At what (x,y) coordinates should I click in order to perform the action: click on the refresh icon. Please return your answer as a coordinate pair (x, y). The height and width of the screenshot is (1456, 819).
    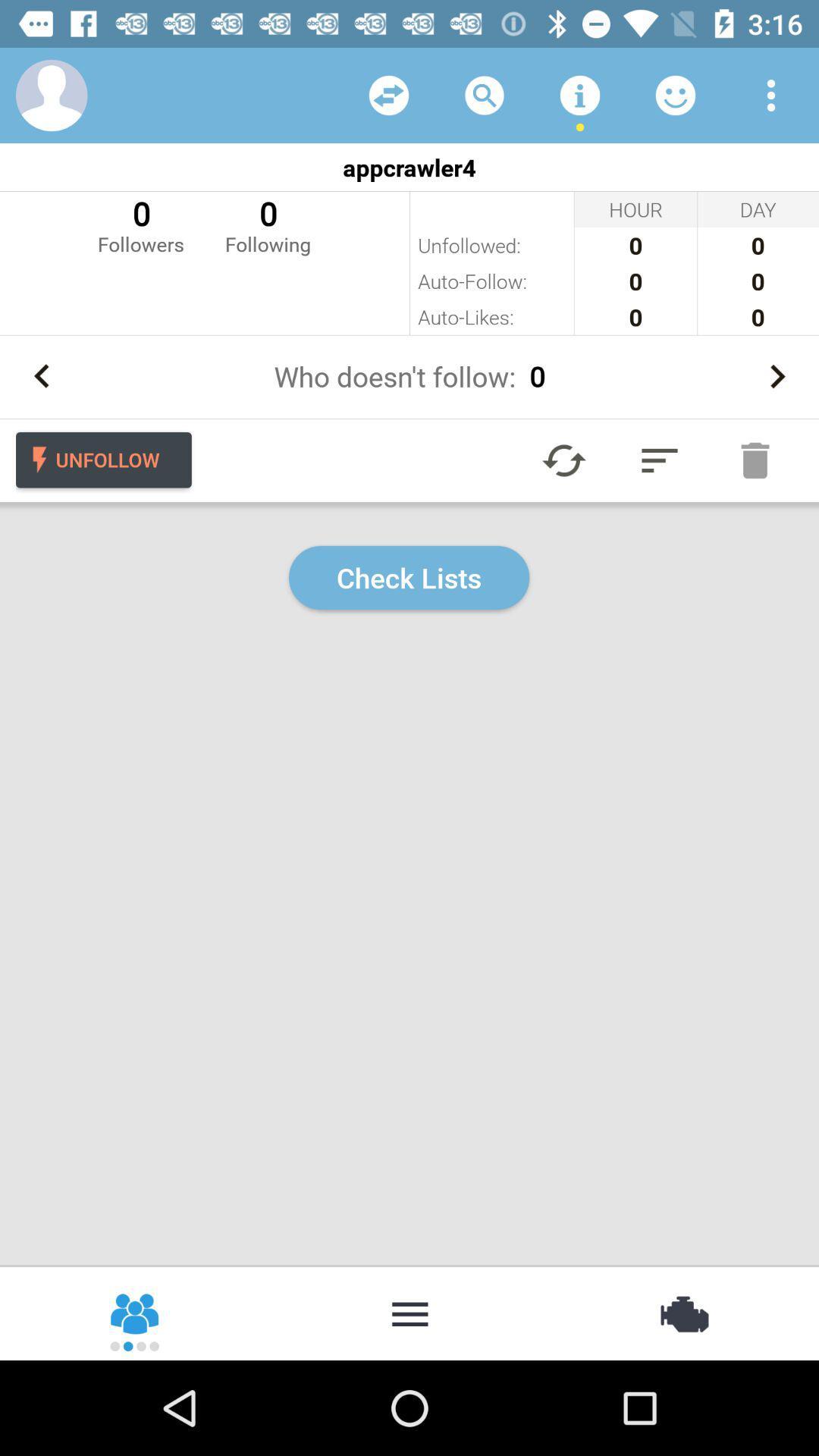
    Looking at the image, I should click on (564, 460).